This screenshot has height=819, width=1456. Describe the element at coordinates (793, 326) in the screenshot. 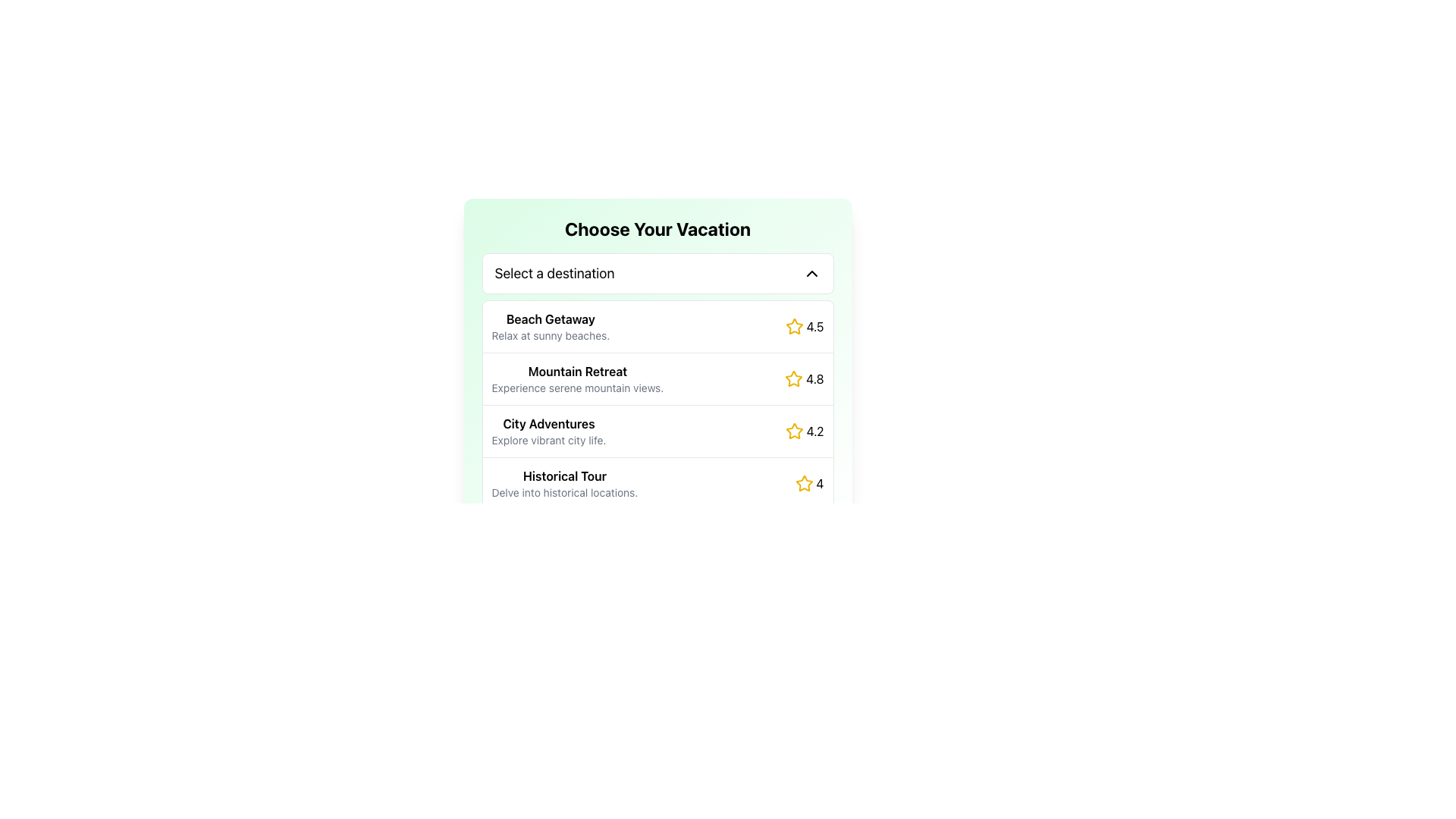

I see `the star icon representing the rating for the 'Beach Getaway' vacation option, which indicates a rating of '4.5'` at that location.